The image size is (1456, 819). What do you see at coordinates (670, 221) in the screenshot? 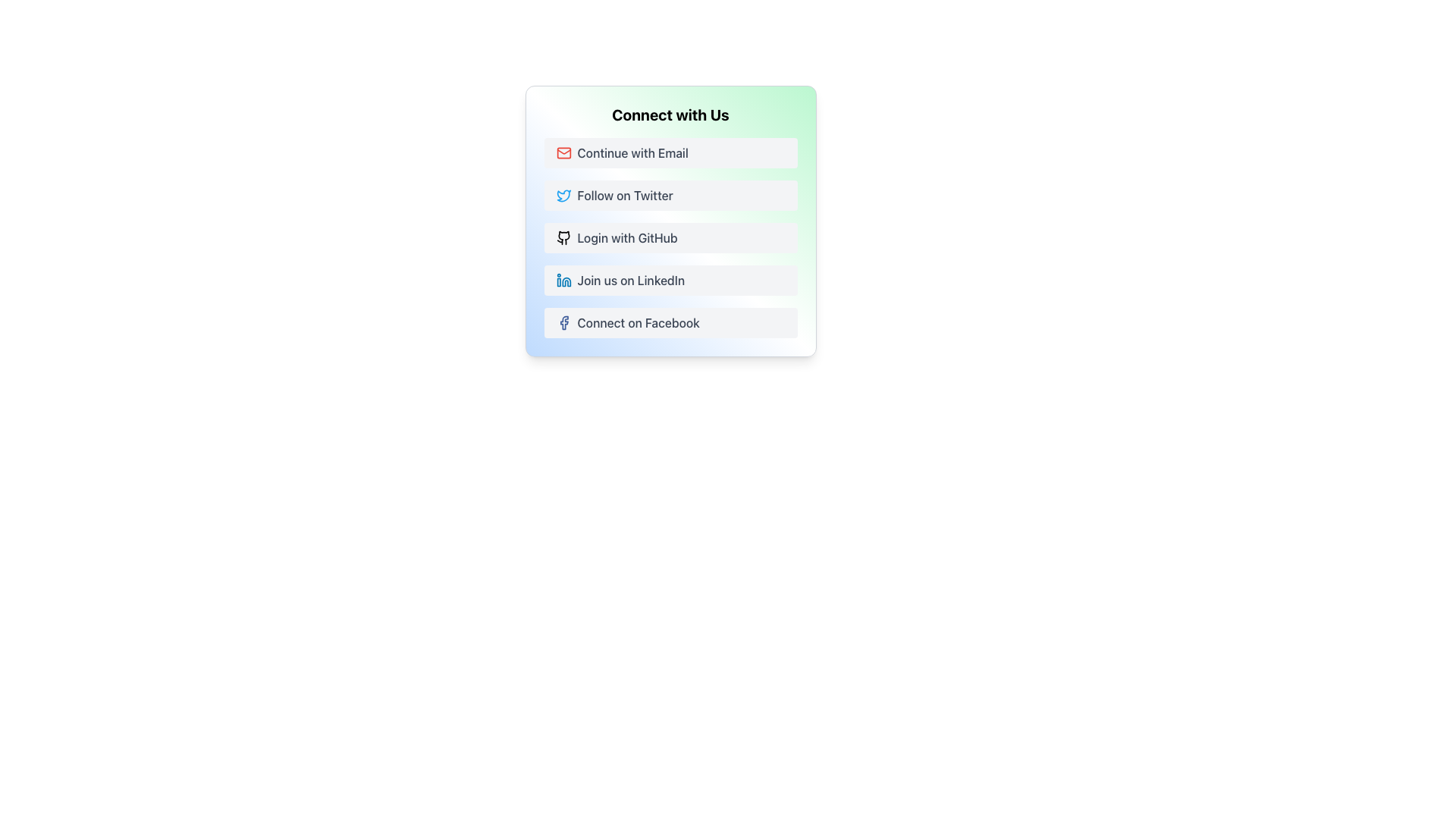
I see `the rectangular white button labeled 'Login with GitHub'` at bounding box center [670, 221].